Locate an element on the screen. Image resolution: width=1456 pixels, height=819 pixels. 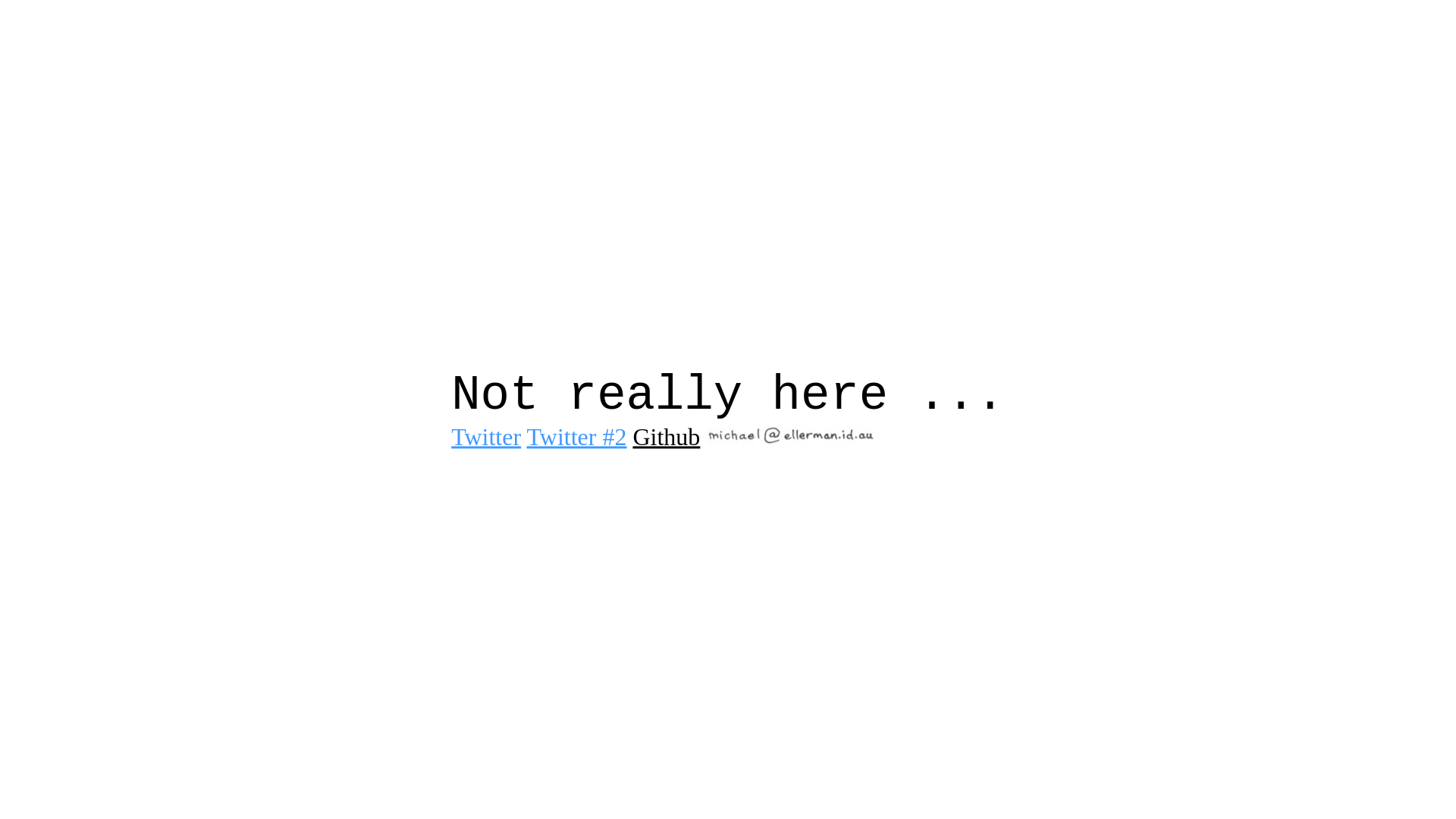
'Twitter' is located at coordinates (486, 436).